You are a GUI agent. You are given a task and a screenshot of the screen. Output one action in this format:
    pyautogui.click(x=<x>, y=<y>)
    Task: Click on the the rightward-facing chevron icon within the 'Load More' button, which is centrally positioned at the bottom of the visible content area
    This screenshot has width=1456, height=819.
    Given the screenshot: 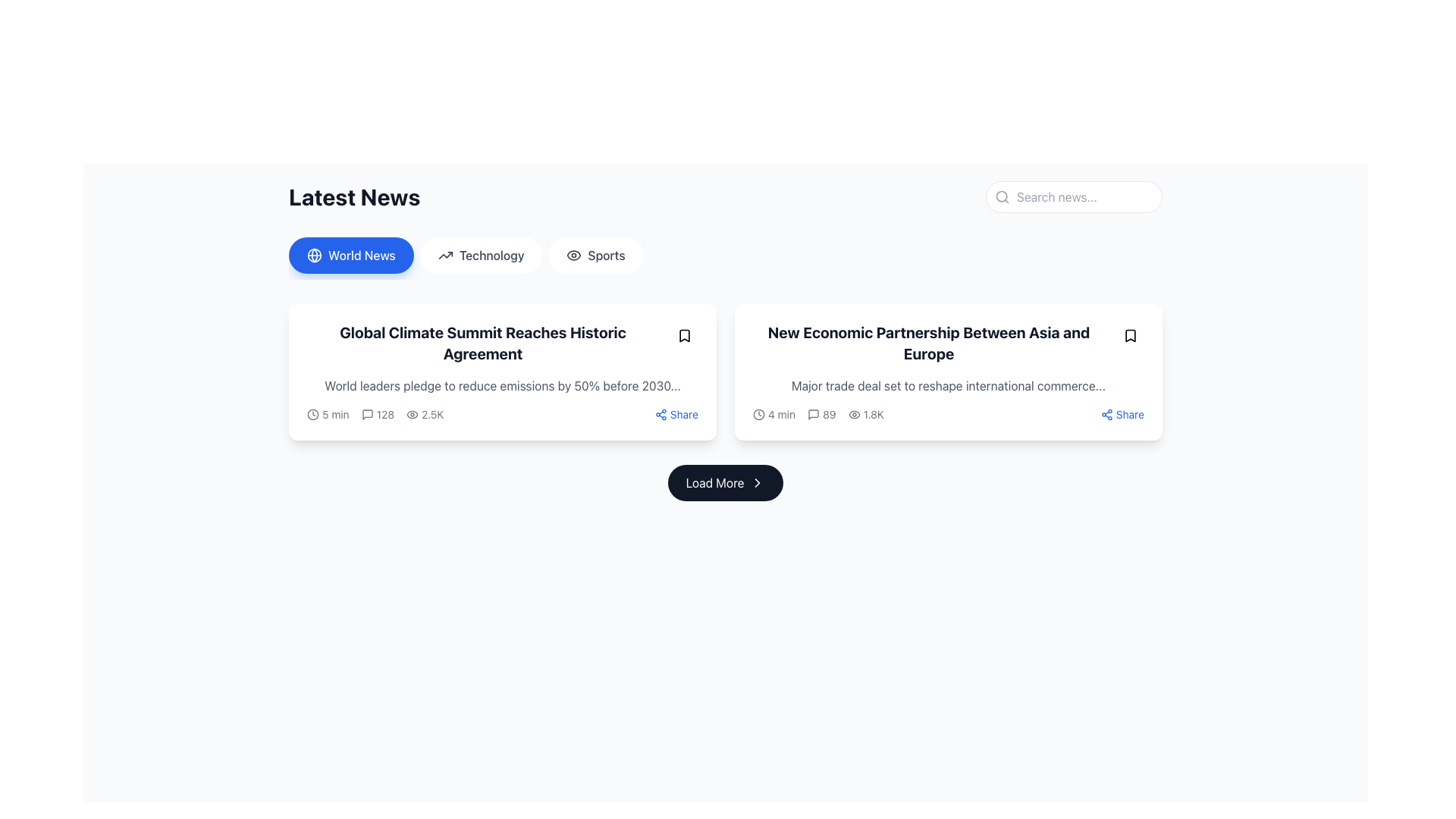 What is the action you would take?
    pyautogui.click(x=758, y=482)
    